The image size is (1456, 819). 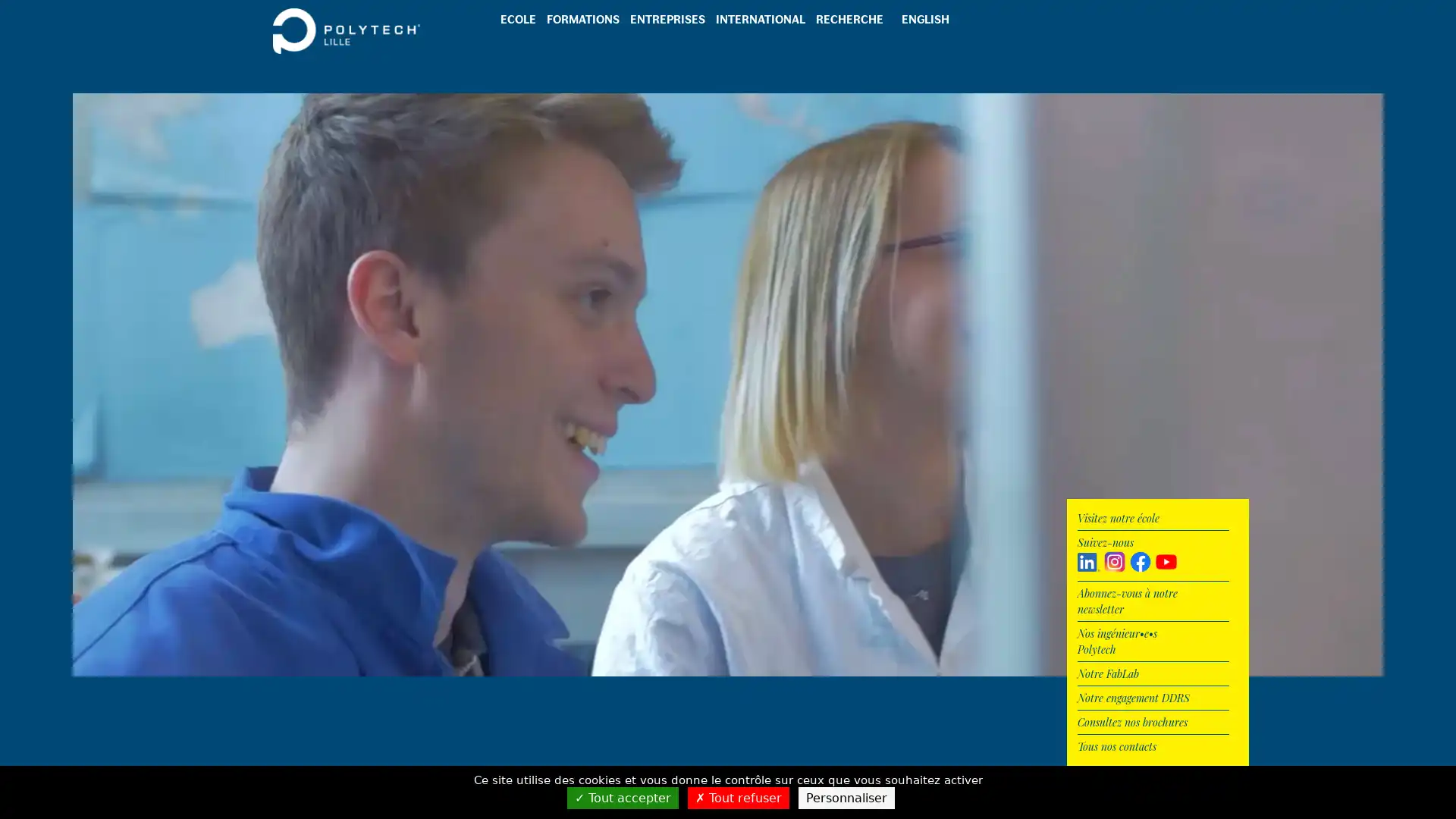 What do you see at coordinates (622, 797) in the screenshot?
I see `Tout accepter` at bounding box center [622, 797].